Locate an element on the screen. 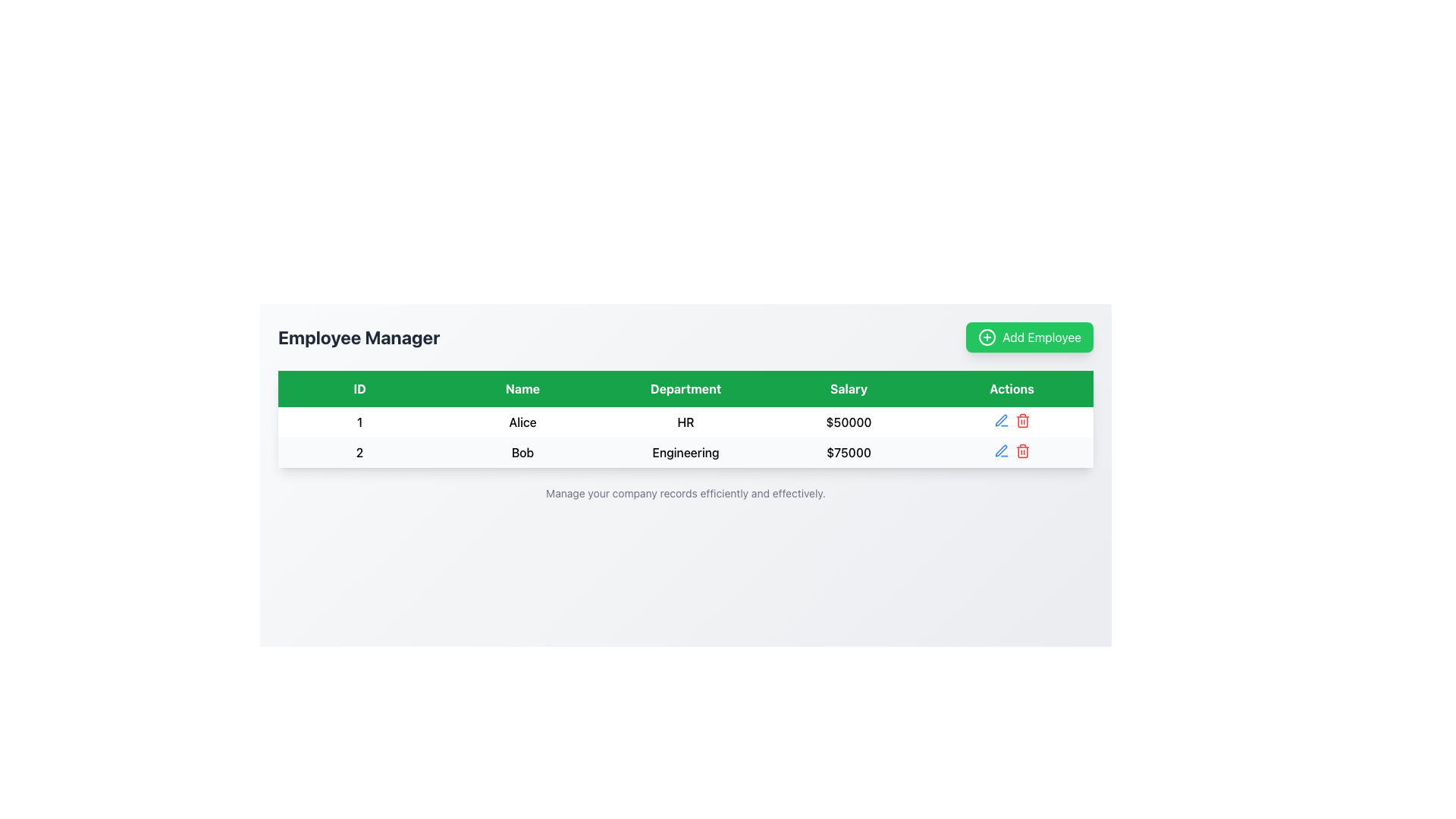 Image resolution: width=1456 pixels, height=819 pixels. the edit icon button located in the 'Actions' column for the entry labeled 'Bob' is located at coordinates (1001, 421).